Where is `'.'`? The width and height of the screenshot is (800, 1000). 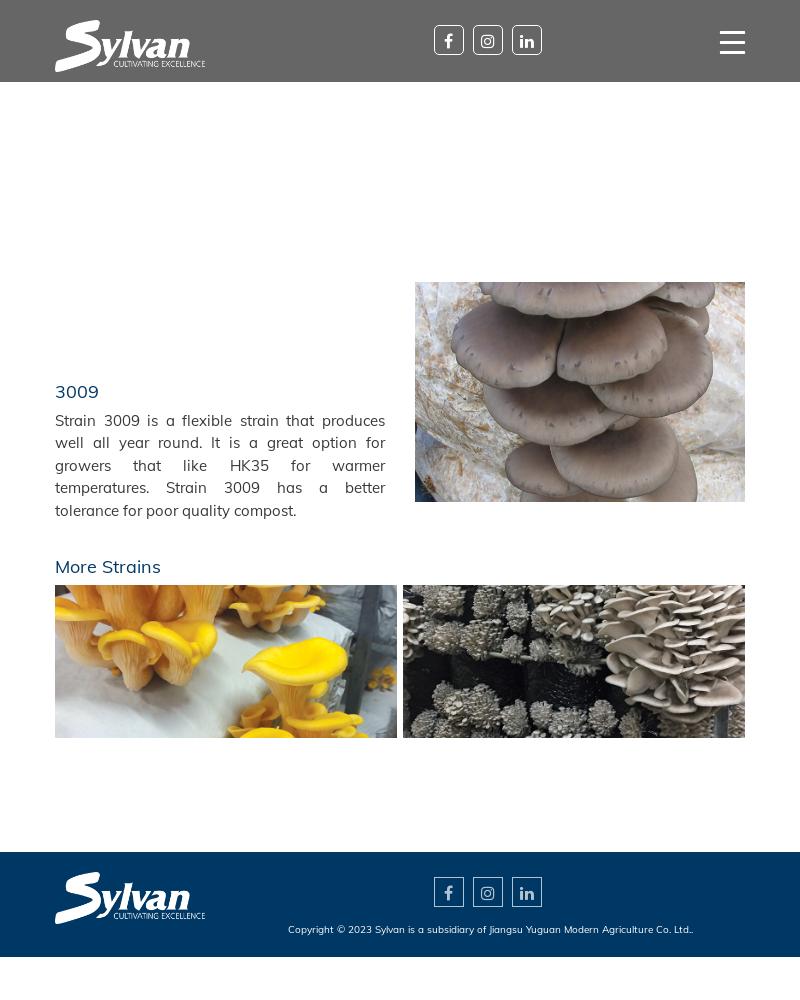
'.' is located at coordinates (691, 928).